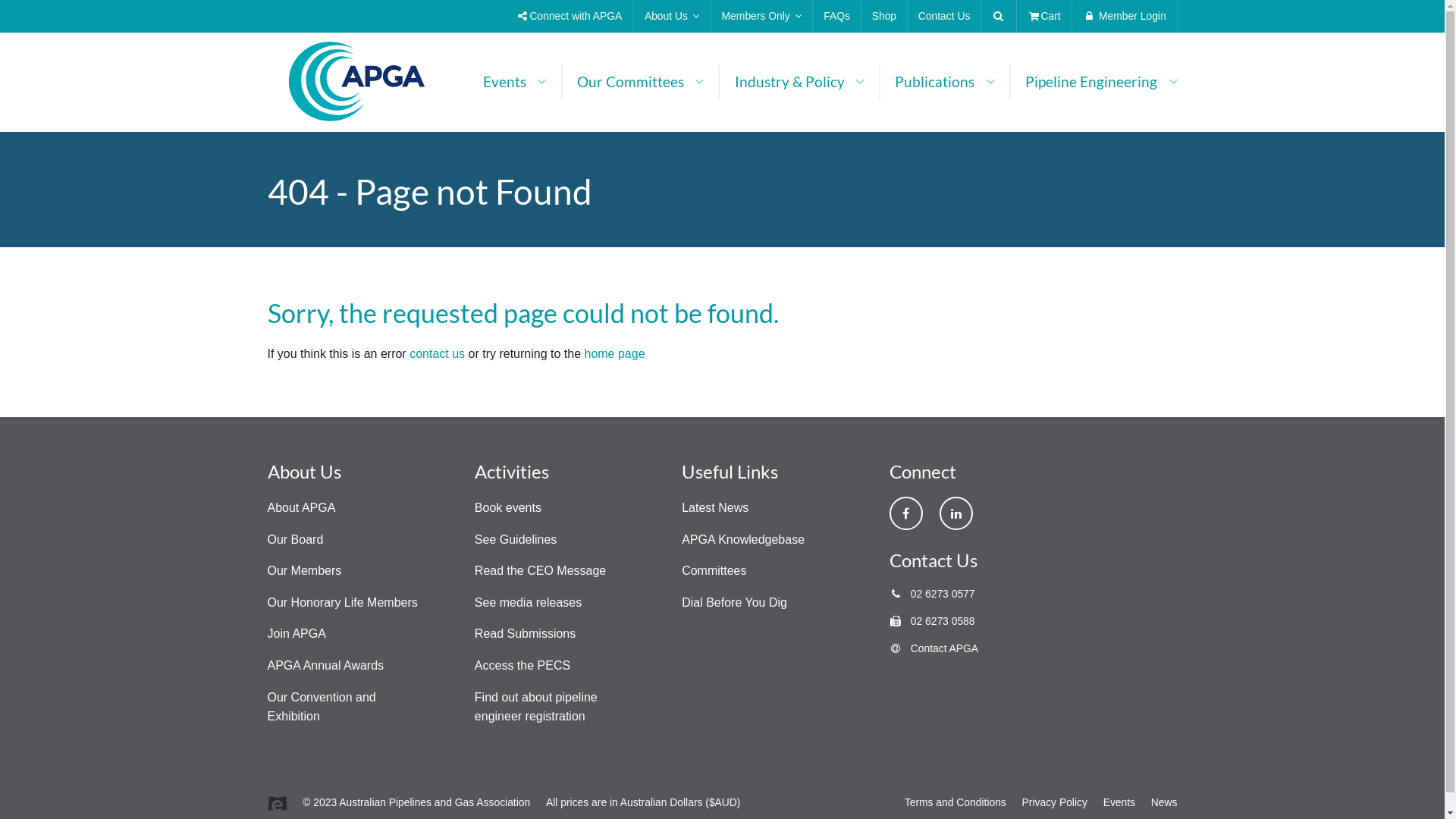 Image resolution: width=1456 pixels, height=819 pixels. Describe the element at coordinates (1125, 16) in the screenshot. I see `'Member Login'` at that location.